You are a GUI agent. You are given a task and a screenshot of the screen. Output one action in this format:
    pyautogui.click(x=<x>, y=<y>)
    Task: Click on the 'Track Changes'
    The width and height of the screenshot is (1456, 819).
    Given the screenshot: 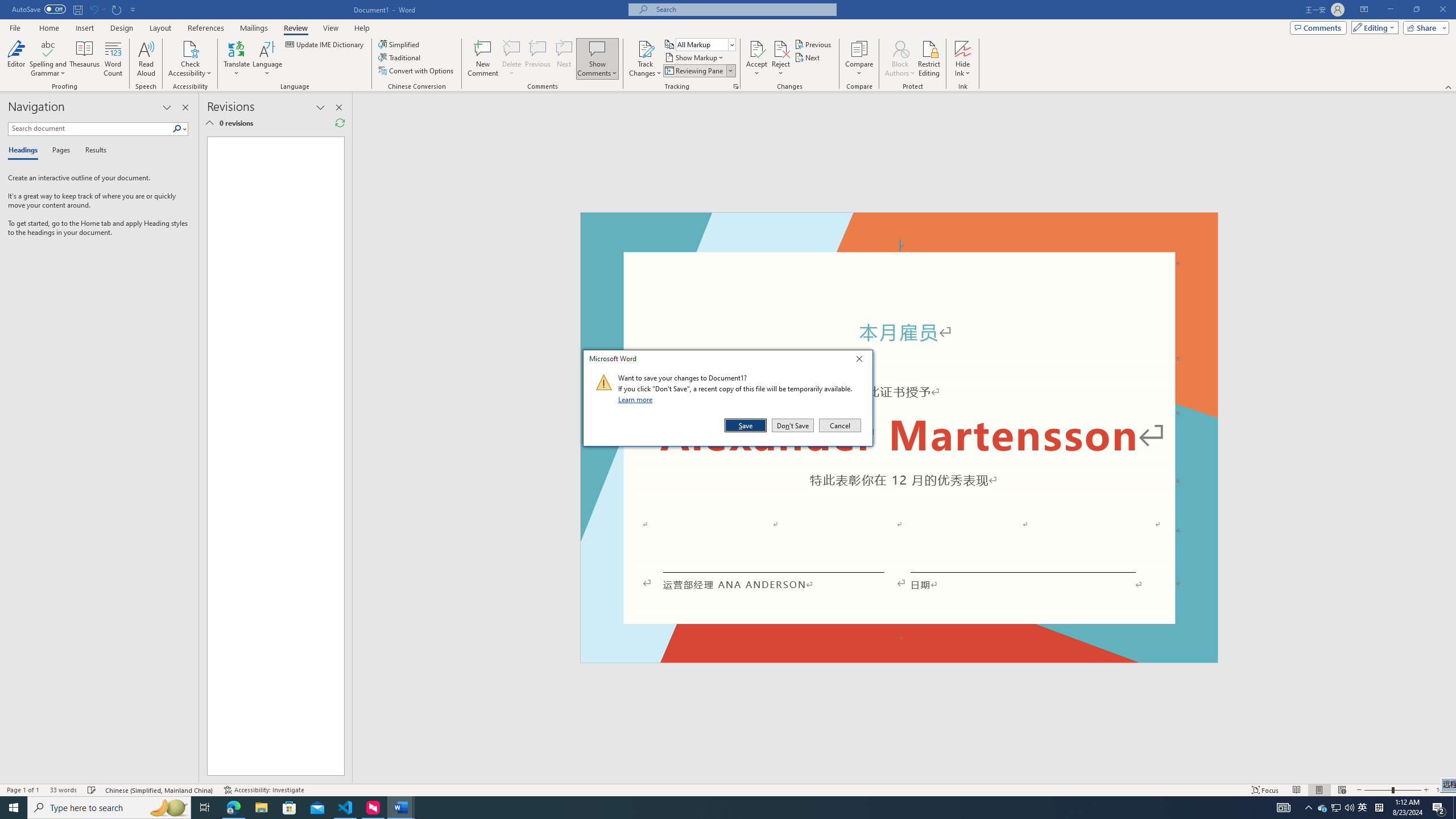 What is the action you would take?
    pyautogui.click(x=644, y=59)
    